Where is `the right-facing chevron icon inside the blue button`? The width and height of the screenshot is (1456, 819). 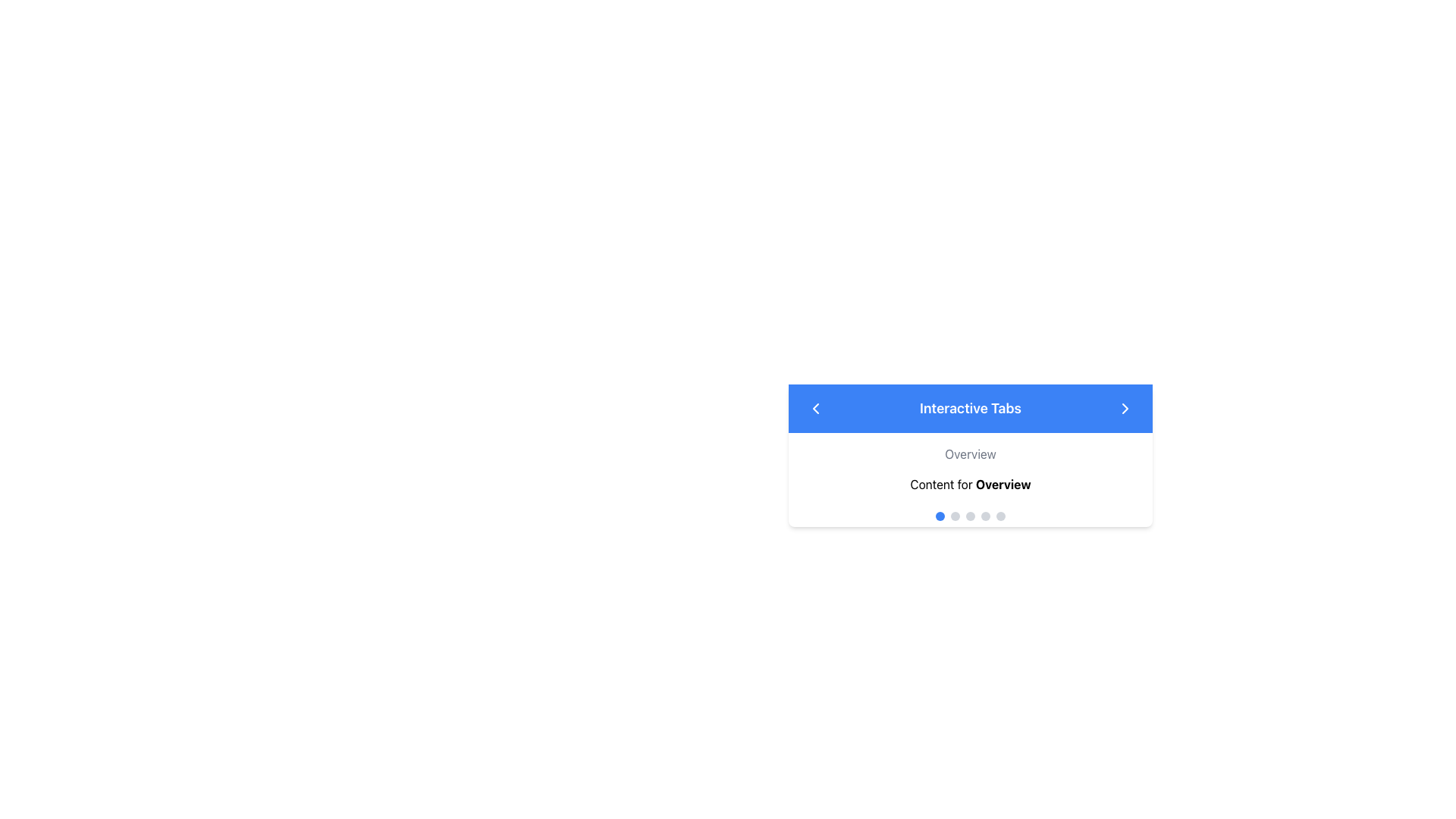
the right-facing chevron icon inside the blue button is located at coordinates (1125, 408).